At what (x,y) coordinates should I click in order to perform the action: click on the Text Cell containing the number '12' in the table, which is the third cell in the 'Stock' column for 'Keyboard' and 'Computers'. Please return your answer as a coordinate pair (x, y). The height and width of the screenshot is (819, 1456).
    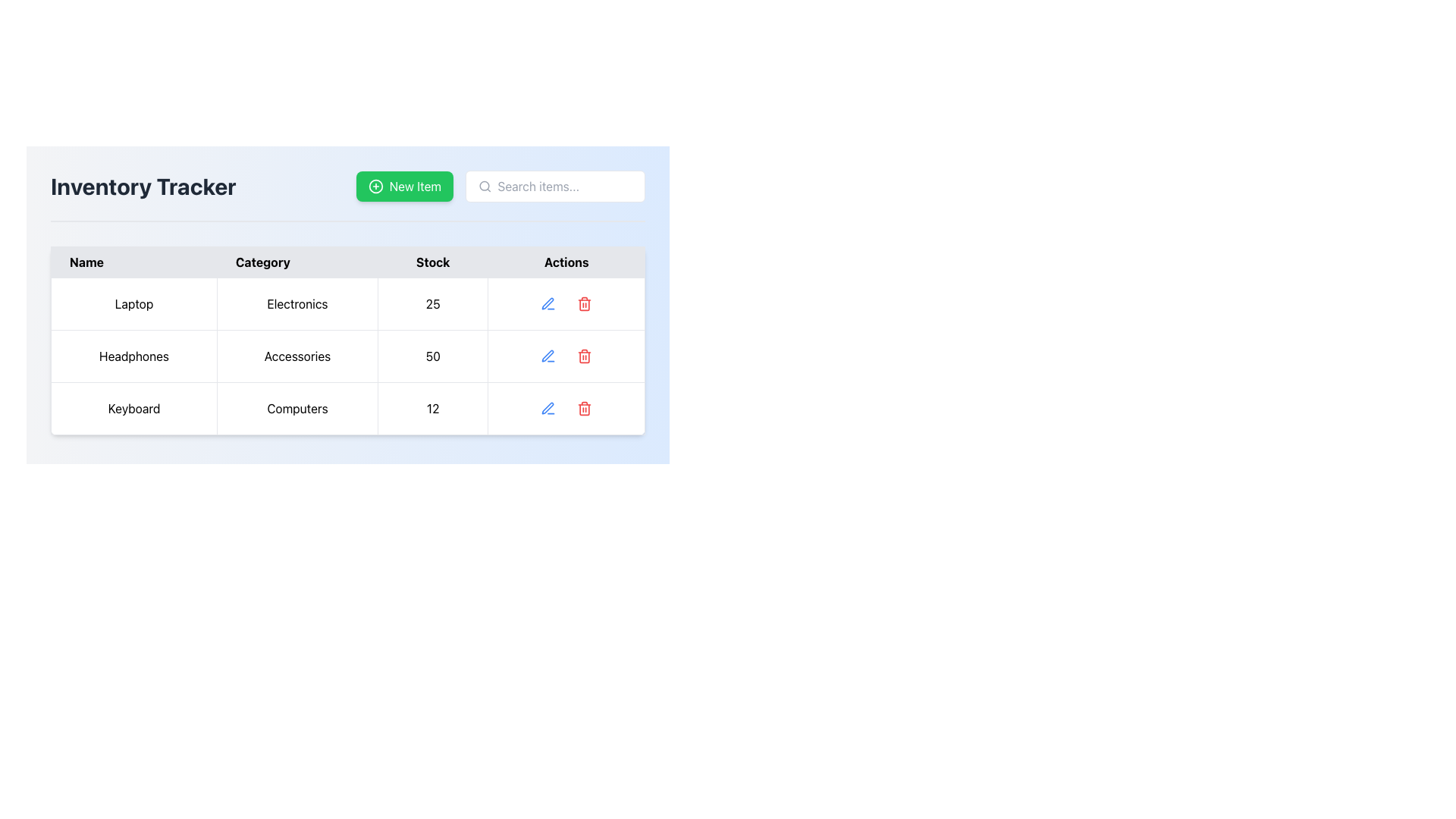
    Looking at the image, I should click on (432, 408).